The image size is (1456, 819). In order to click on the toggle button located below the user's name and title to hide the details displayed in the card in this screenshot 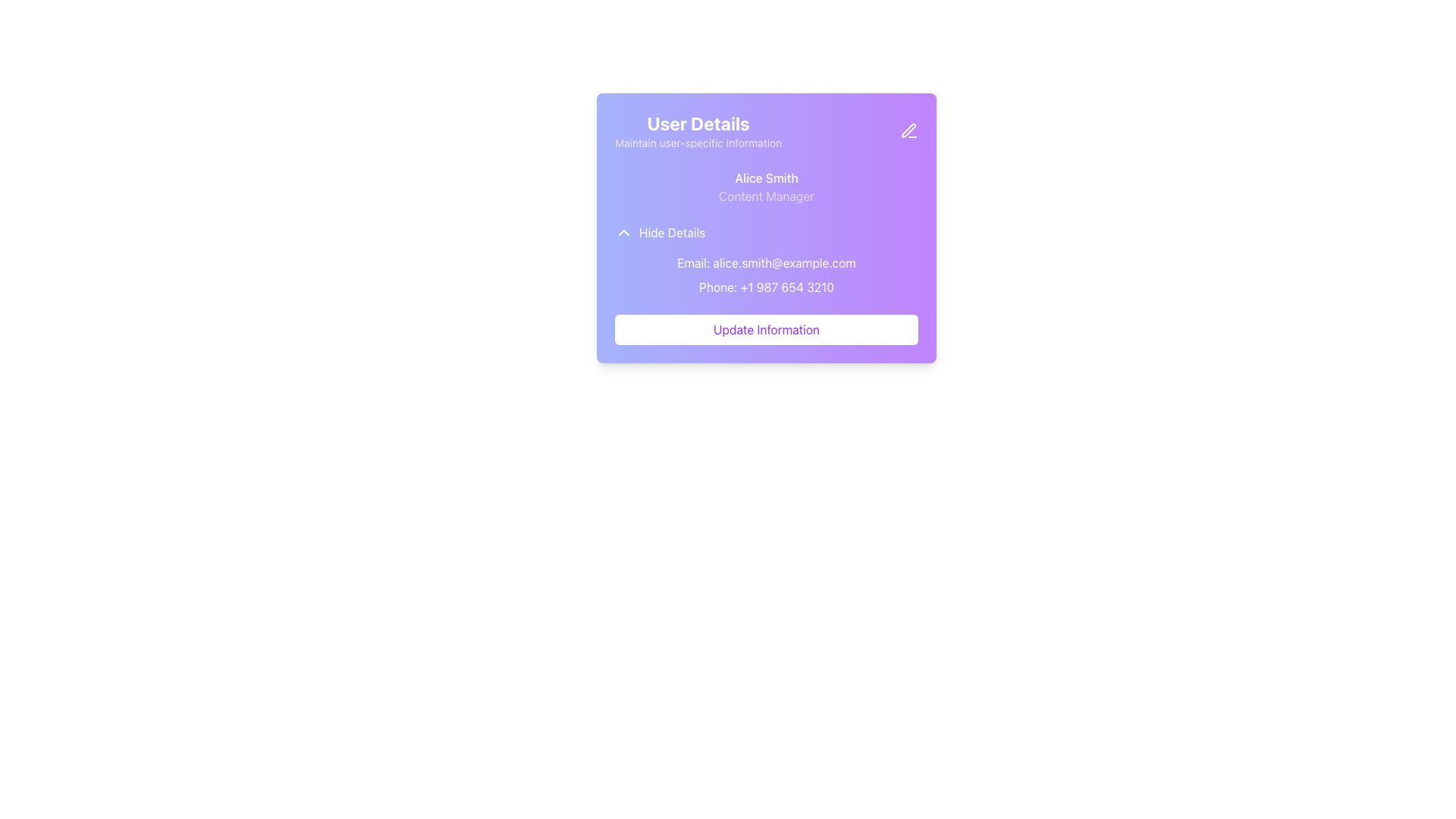, I will do `click(660, 233)`.